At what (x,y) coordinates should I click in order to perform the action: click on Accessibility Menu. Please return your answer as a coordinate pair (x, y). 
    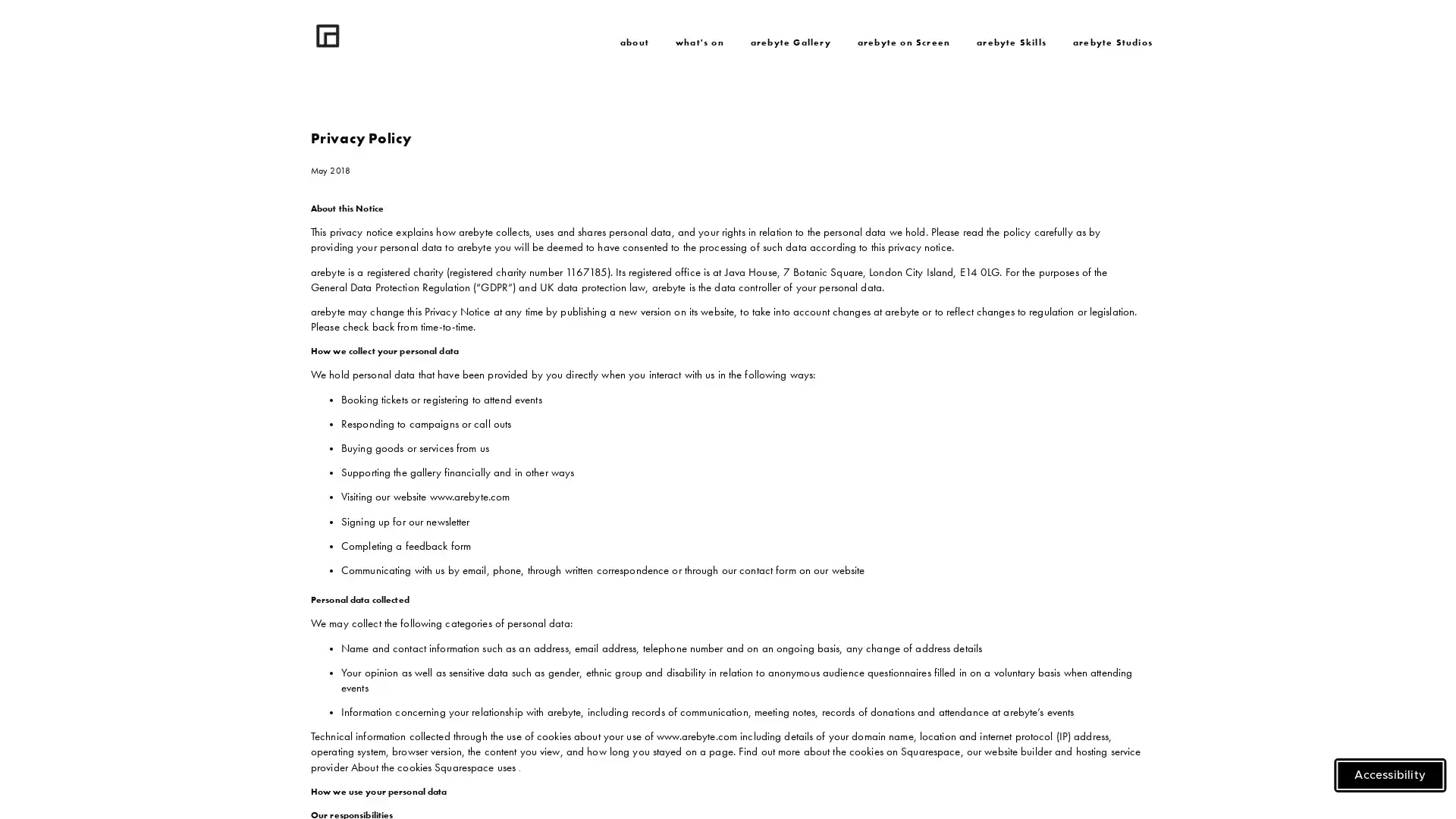
    Looking at the image, I should click on (1390, 775).